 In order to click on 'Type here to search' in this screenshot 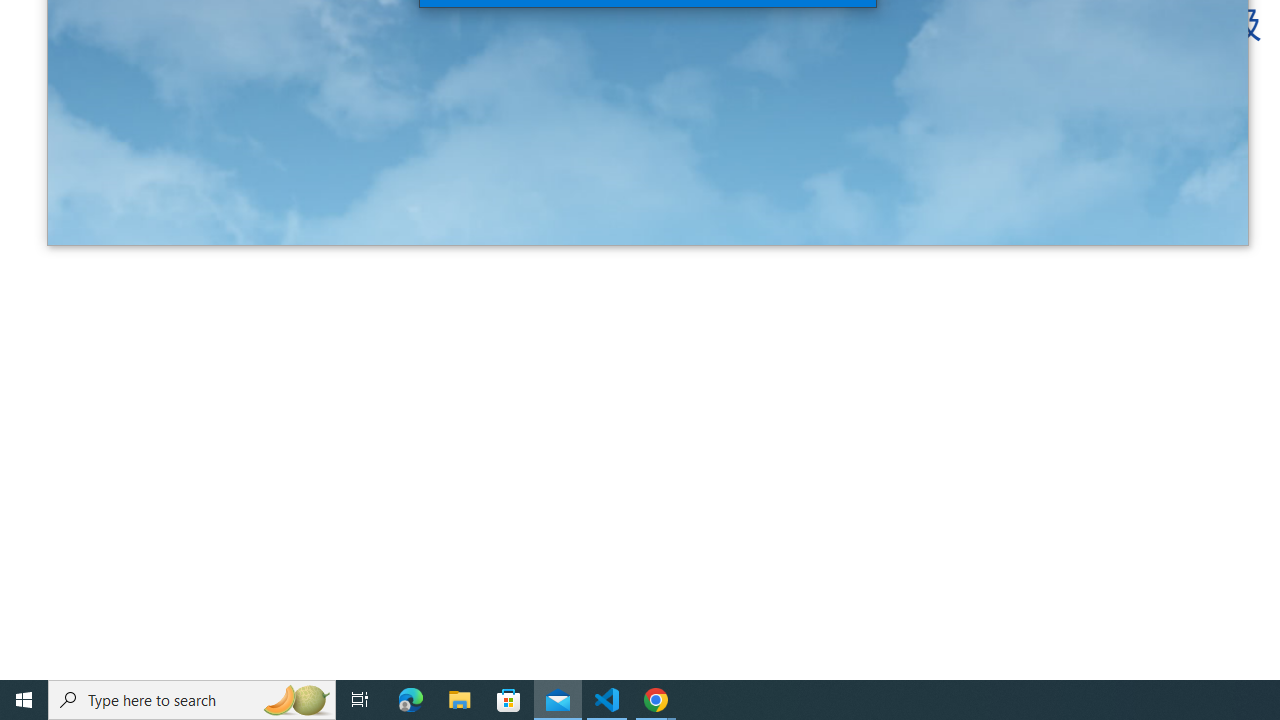, I will do `click(192, 698)`.